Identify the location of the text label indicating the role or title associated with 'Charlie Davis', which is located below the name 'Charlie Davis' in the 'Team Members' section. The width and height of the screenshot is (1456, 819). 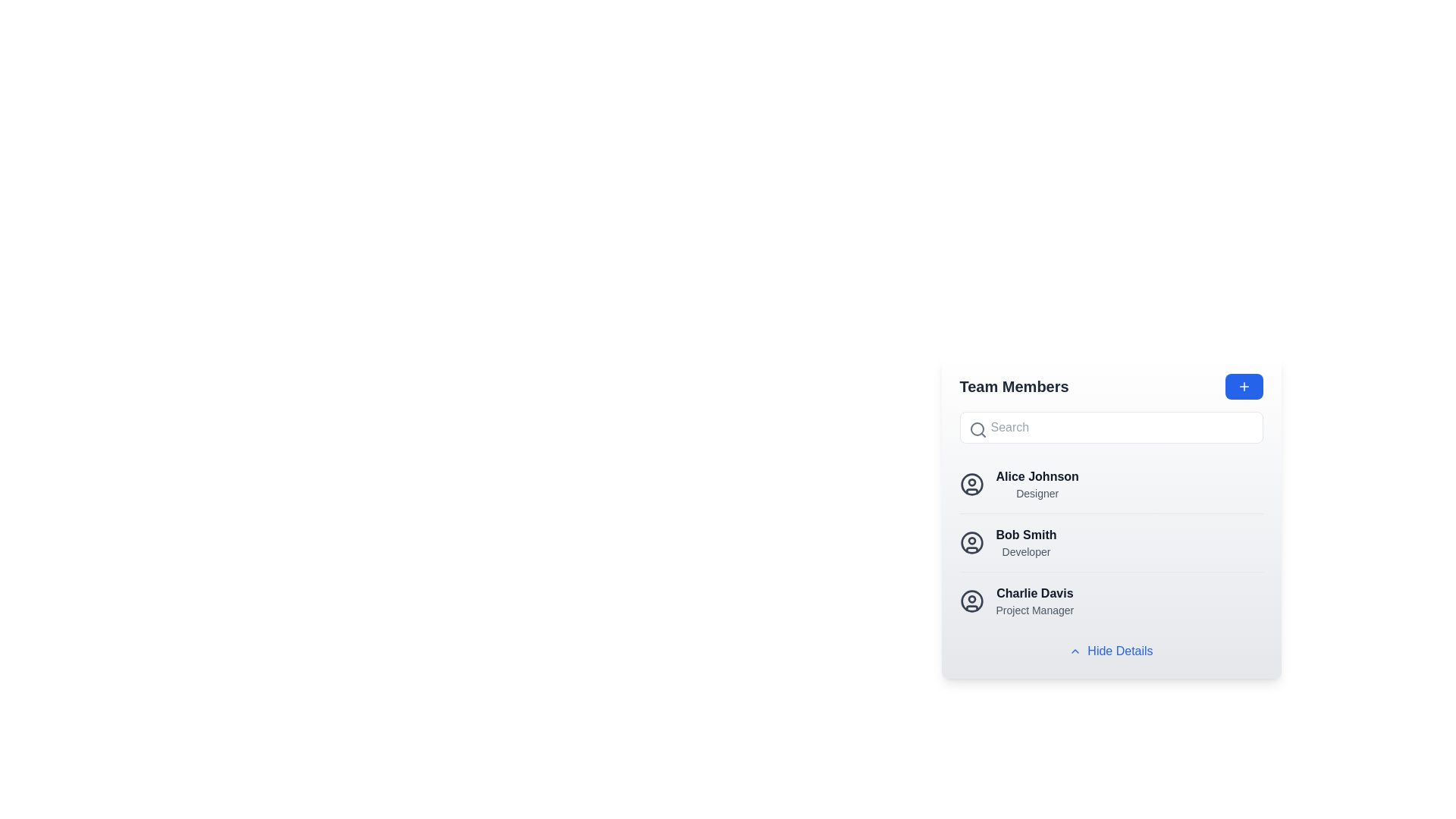
(1034, 610).